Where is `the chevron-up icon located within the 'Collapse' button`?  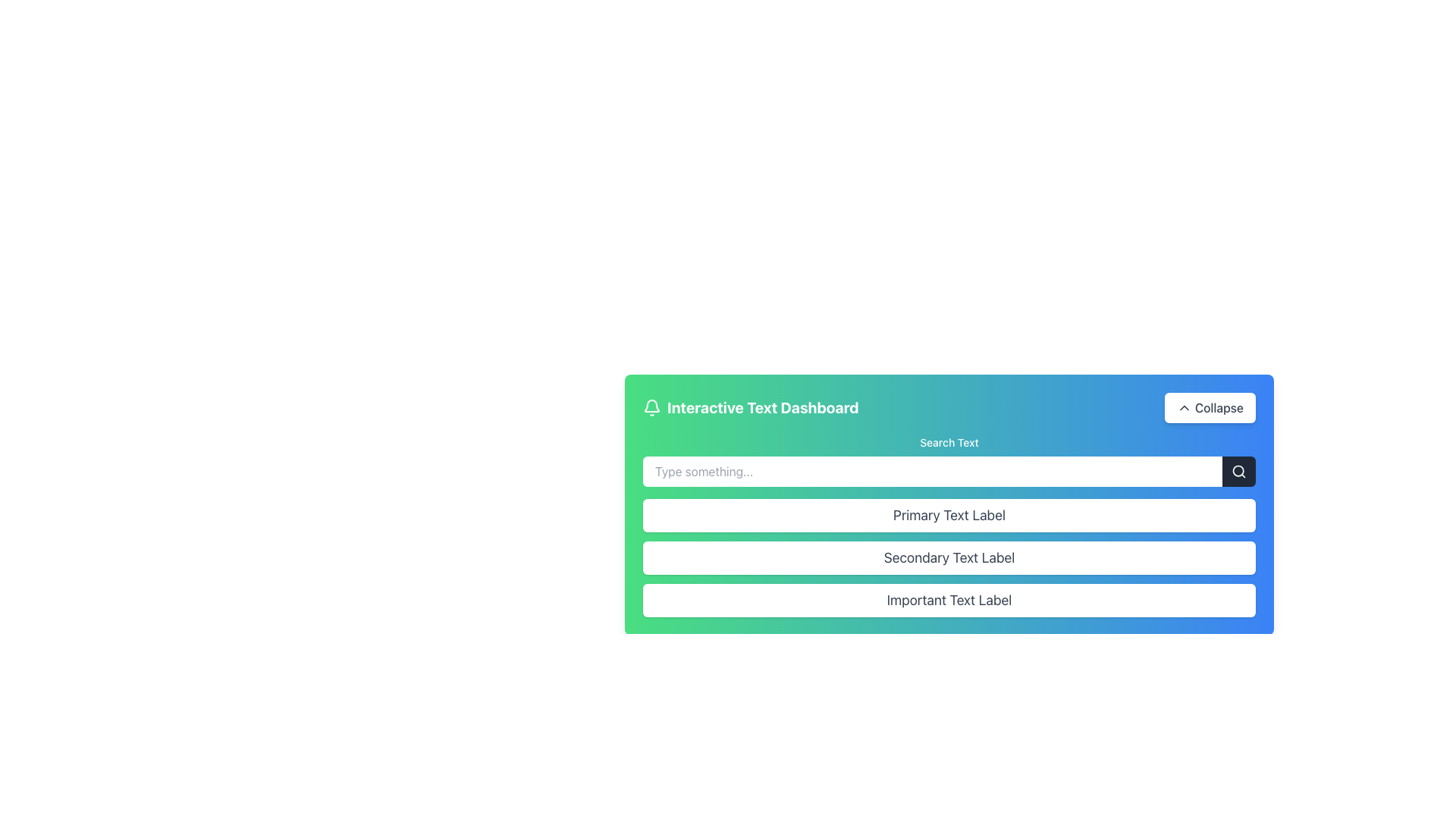 the chevron-up icon located within the 'Collapse' button is located at coordinates (1183, 406).